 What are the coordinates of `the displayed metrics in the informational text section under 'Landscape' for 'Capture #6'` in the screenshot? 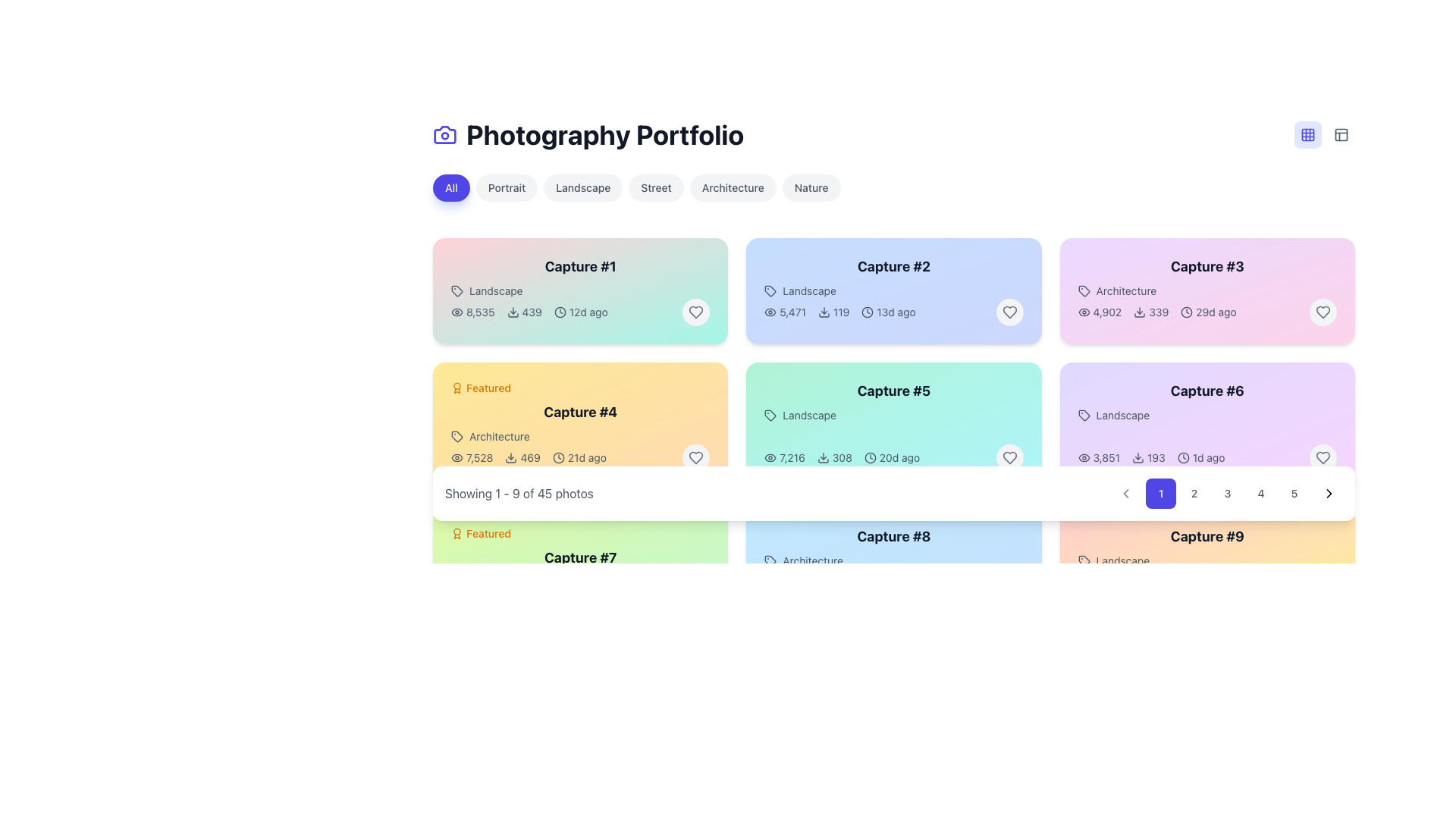 It's located at (1151, 457).